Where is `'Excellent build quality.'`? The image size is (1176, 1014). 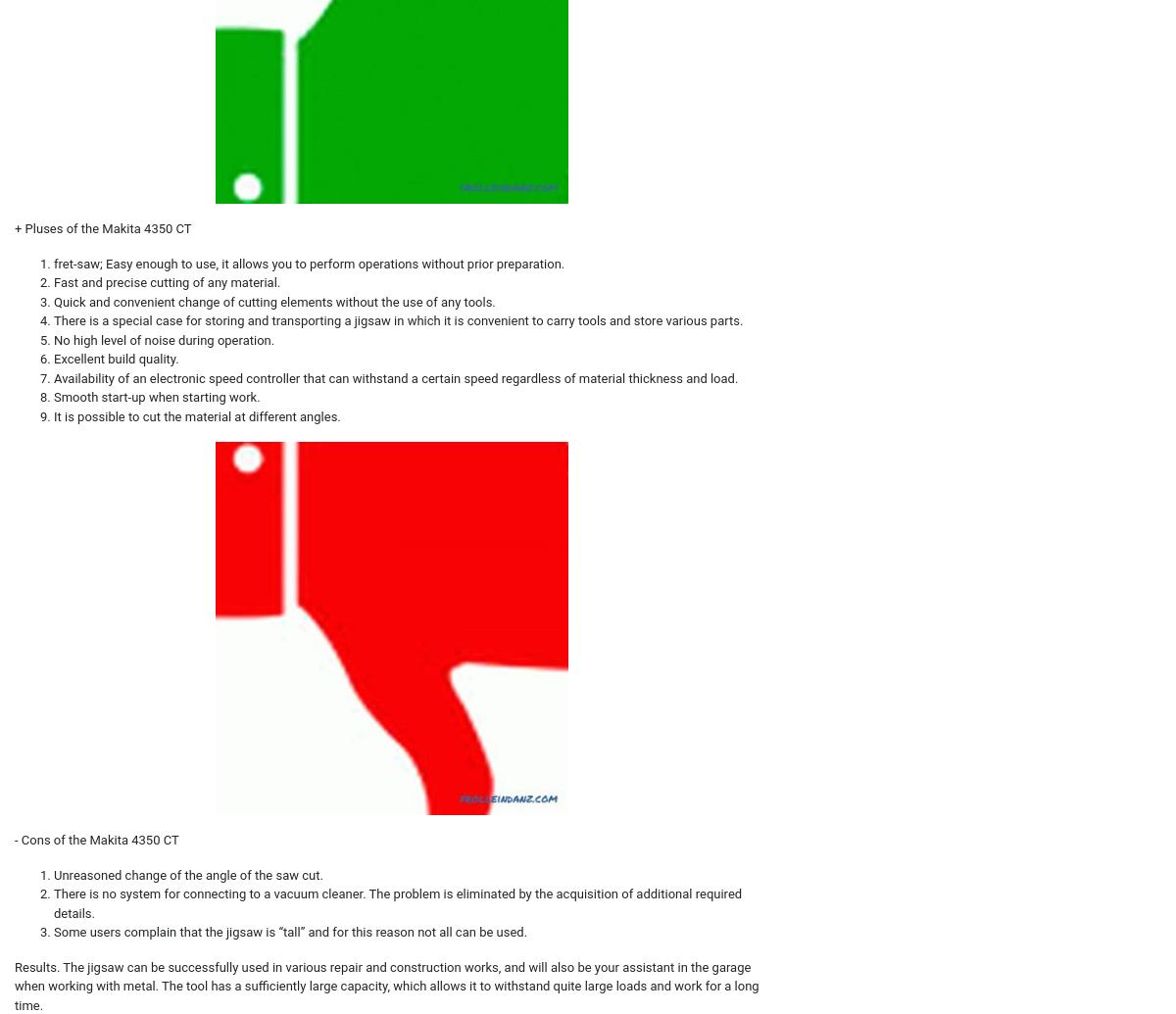 'Excellent build quality.' is located at coordinates (53, 359).